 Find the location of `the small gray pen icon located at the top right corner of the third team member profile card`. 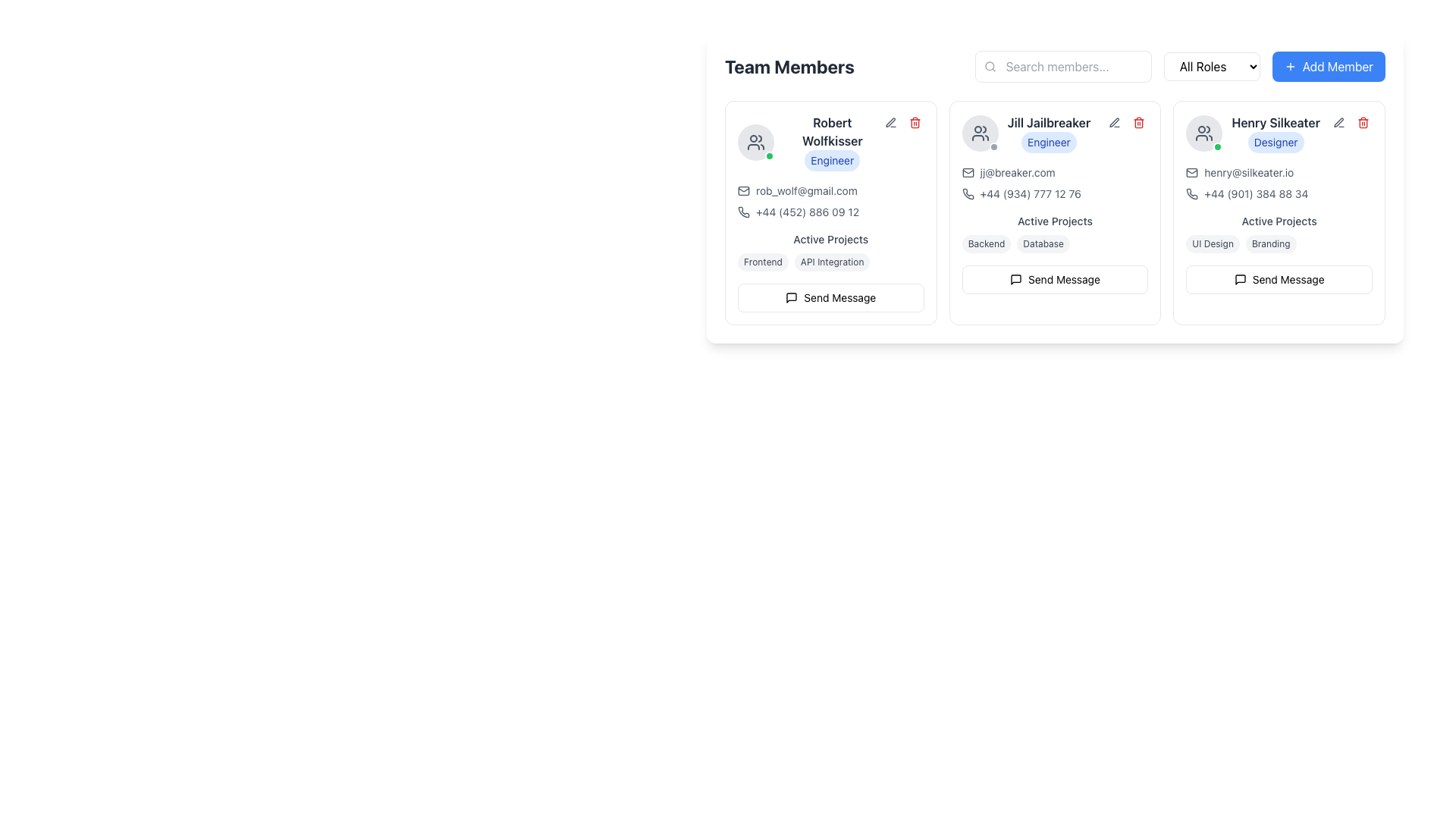

the small gray pen icon located at the top right corner of the third team member profile card is located at coordinates (1115, 122).